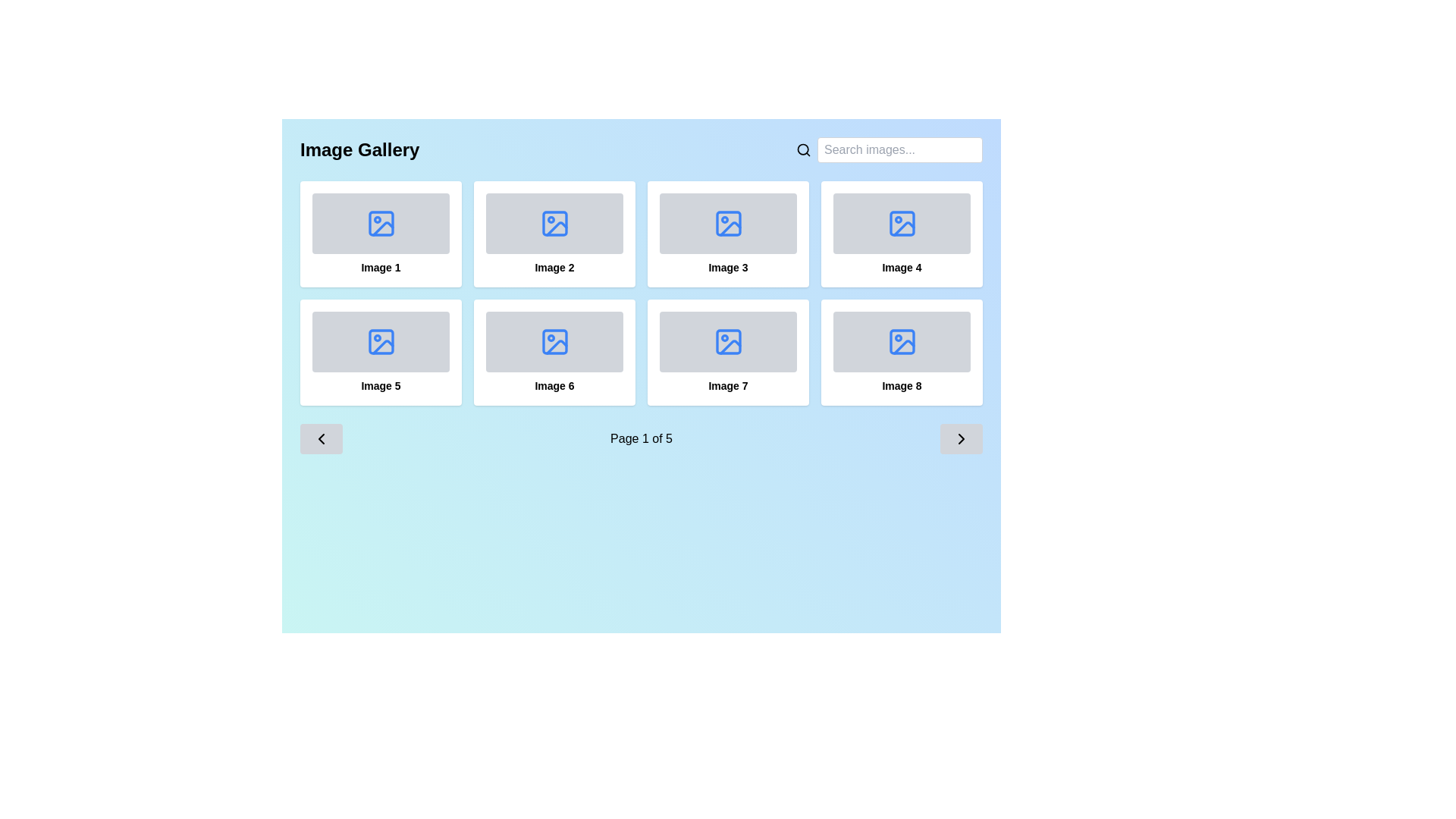  What do you see at coordinates (381, 342) in the screenshot?
I see `the image placeholder icon in the second row and first column of the gallery grid` at bounding box center [381, 342].